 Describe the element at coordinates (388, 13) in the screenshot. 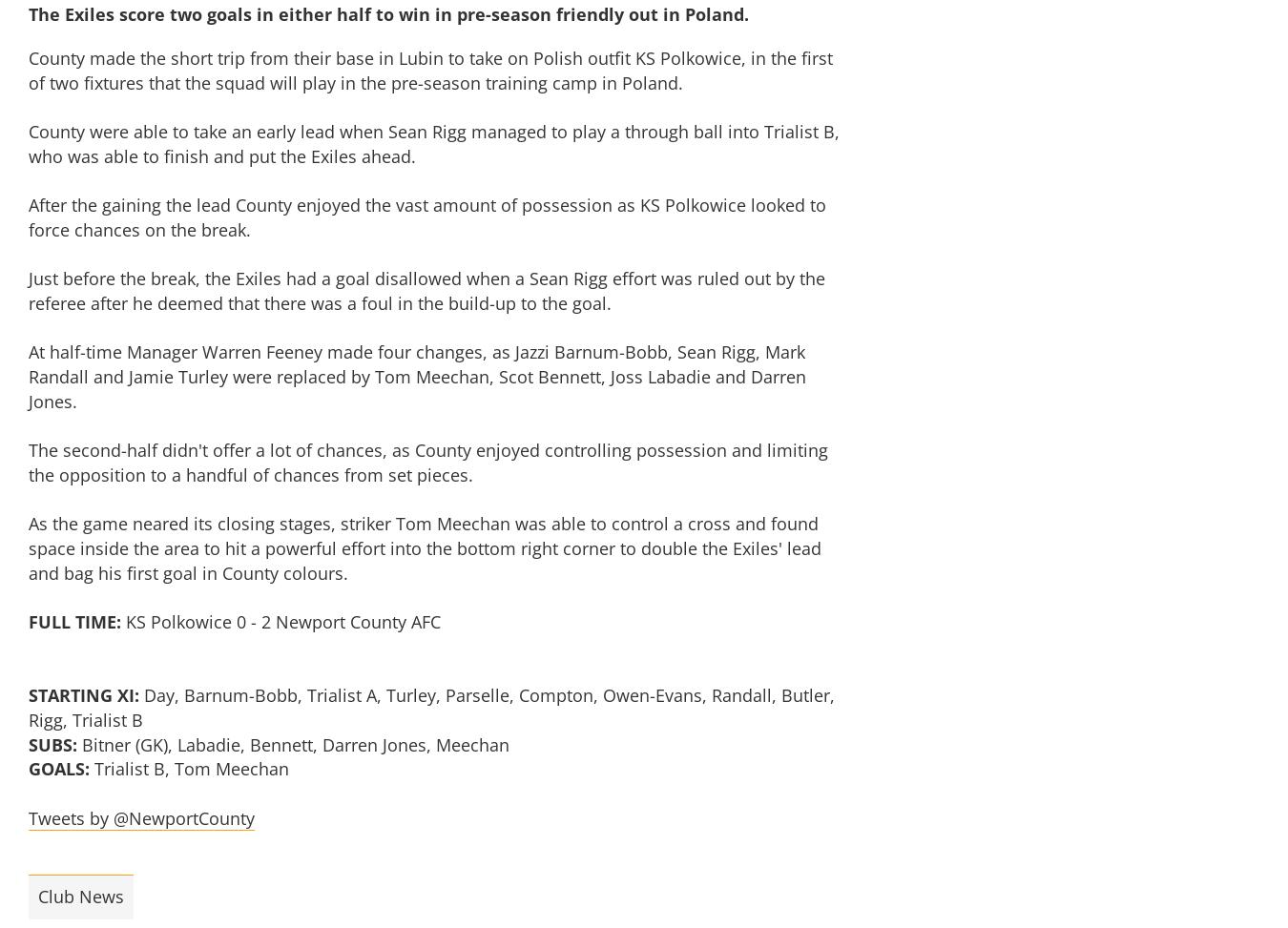

I see `'The Exiles score two goals in either half to win in pre-season friendly out in Poland.'` at that location.